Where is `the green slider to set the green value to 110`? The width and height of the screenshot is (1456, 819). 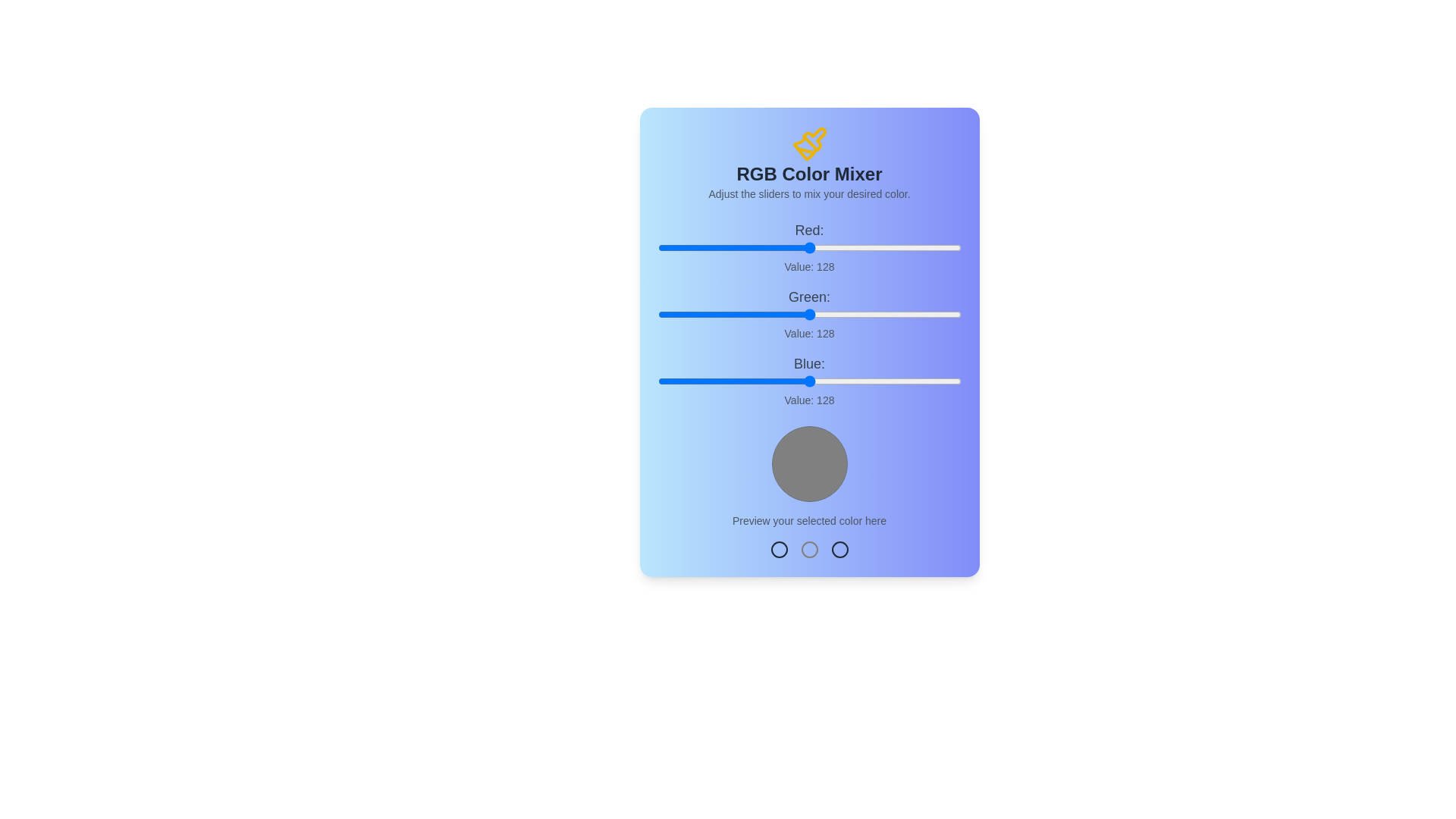 the green slider to set the green value to 110 is located at coordinates (789, 314).